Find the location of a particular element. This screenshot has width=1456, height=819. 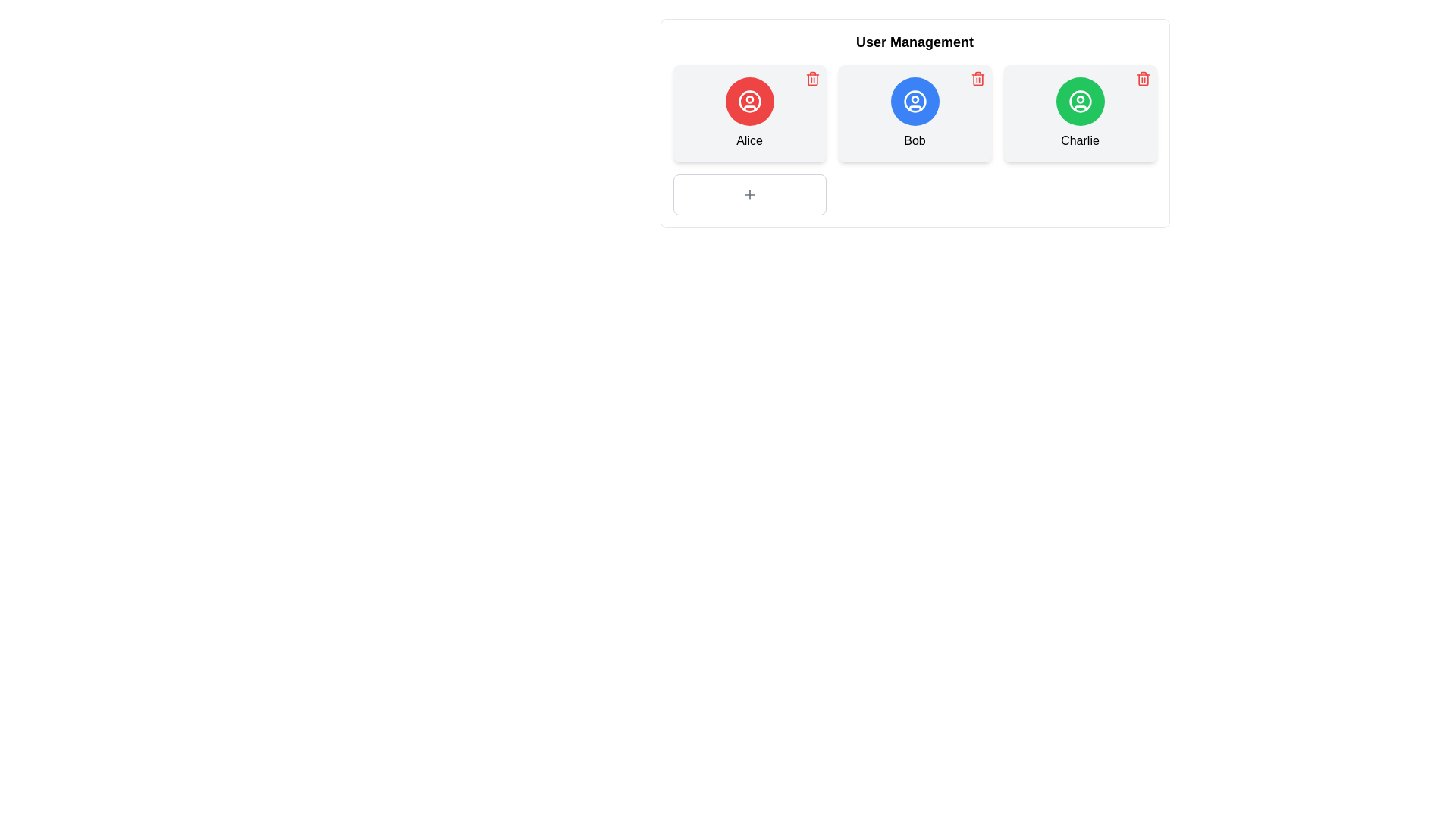

text label displaying the name 'Alice', which is centrally located beneath a circular user icon in the first card of a horizontal row of user cards is located at coordinates (749, 140).